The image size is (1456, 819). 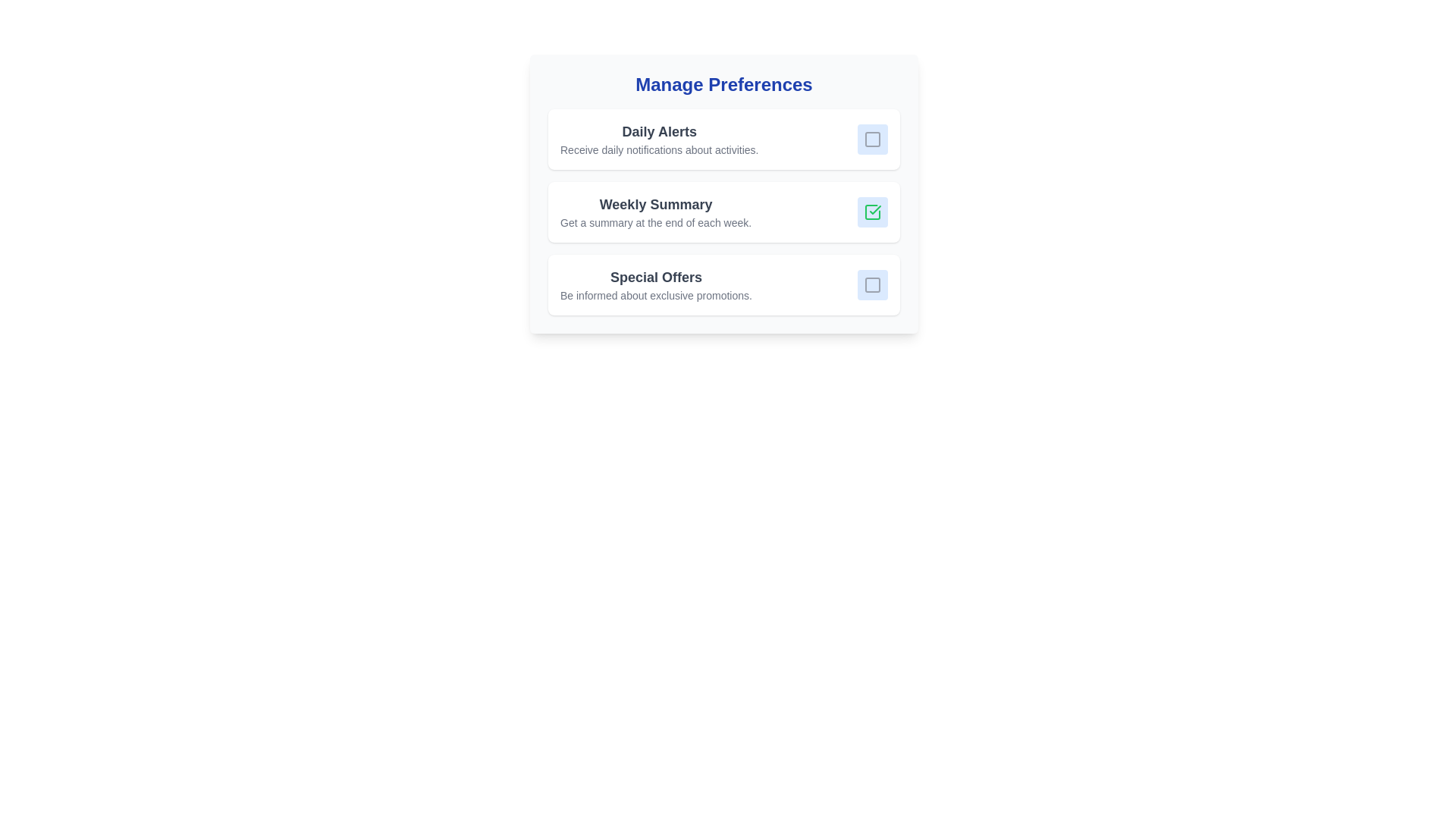 What do you see at coordinates (873, 140) in the screenshot?
I see `the Checkbox-like button with a light blue background and a rounded border, located on the right side of the 'Daily Alerts' section, next to the text 'Receive daily notifications about activities.'` at bounding box center [873, 140].